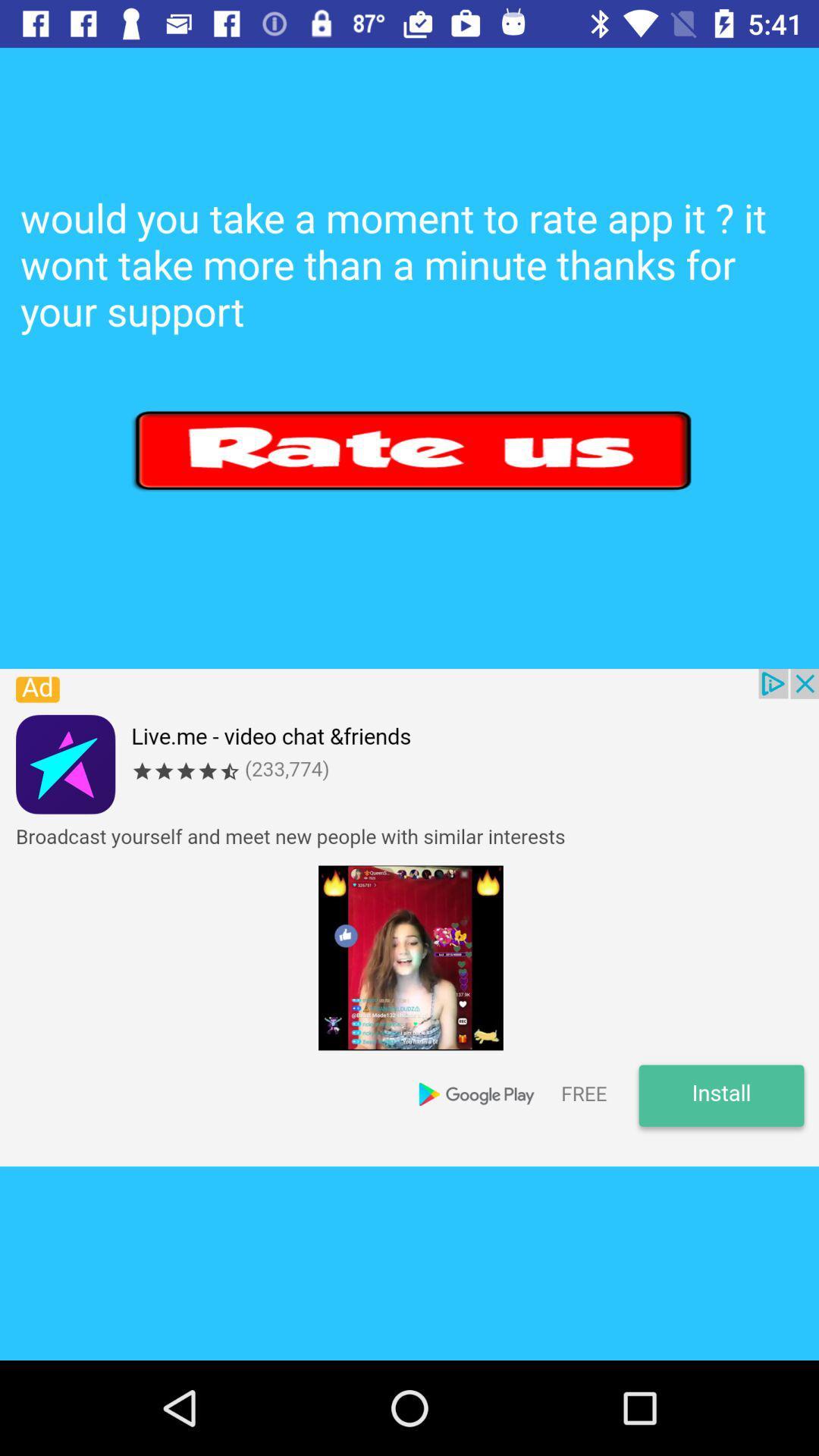  Describe the element at coordinates (415, 449) in the screenshot. I see `app` at that location.